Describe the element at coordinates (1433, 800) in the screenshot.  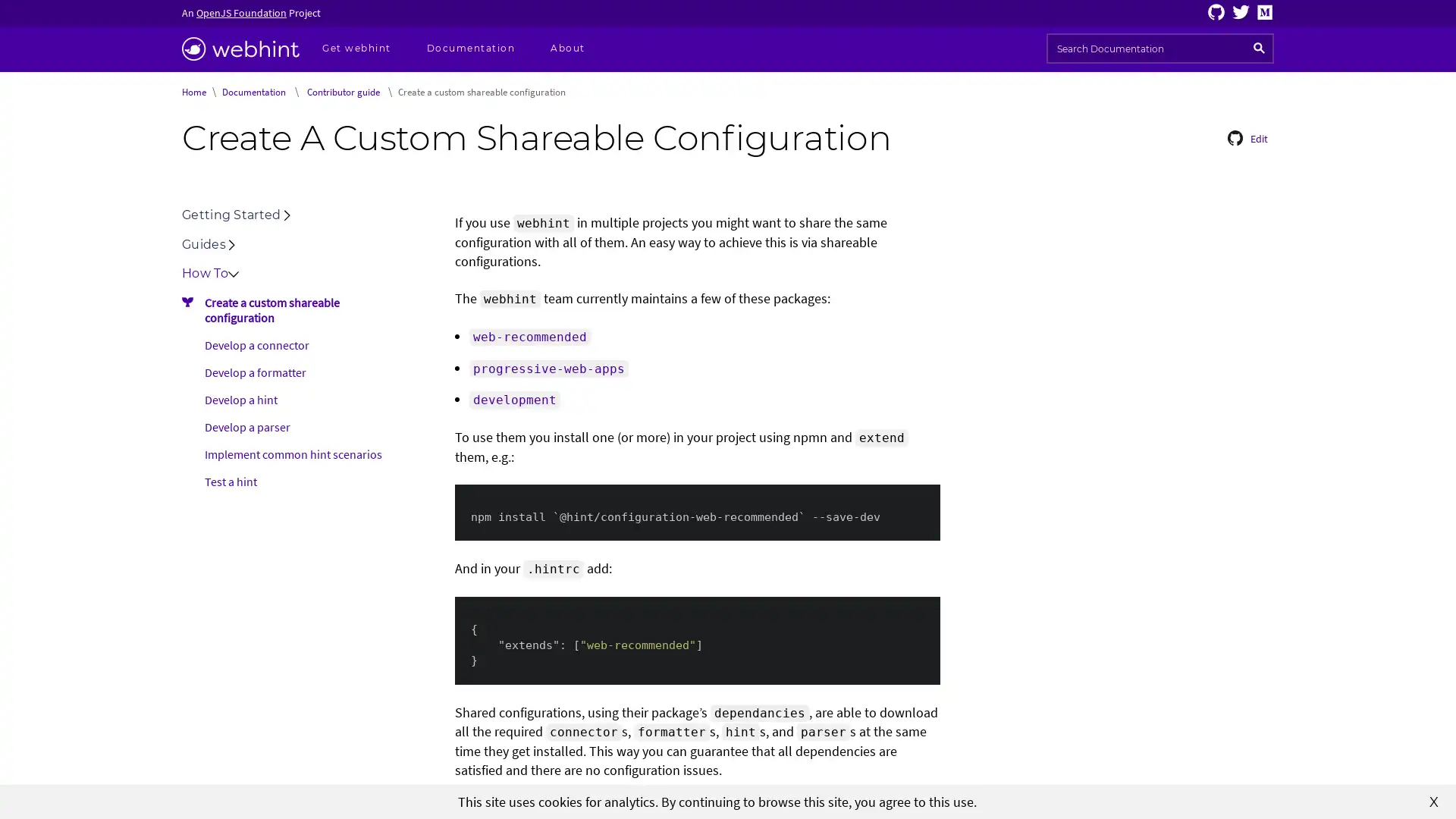
I see `close` at that location.